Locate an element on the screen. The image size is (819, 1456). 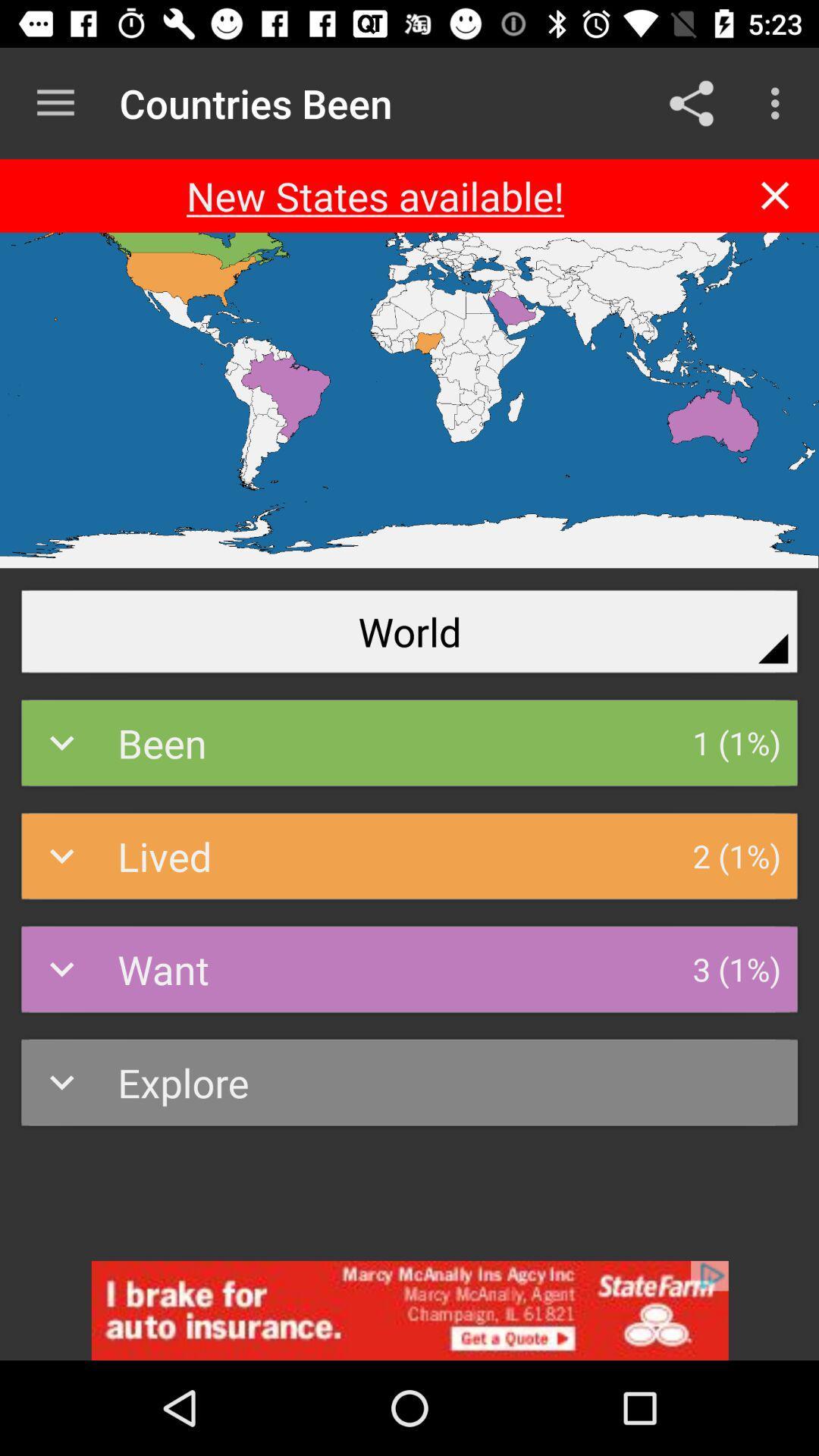
advertisement state farm is located at coordinates (409, 1310).